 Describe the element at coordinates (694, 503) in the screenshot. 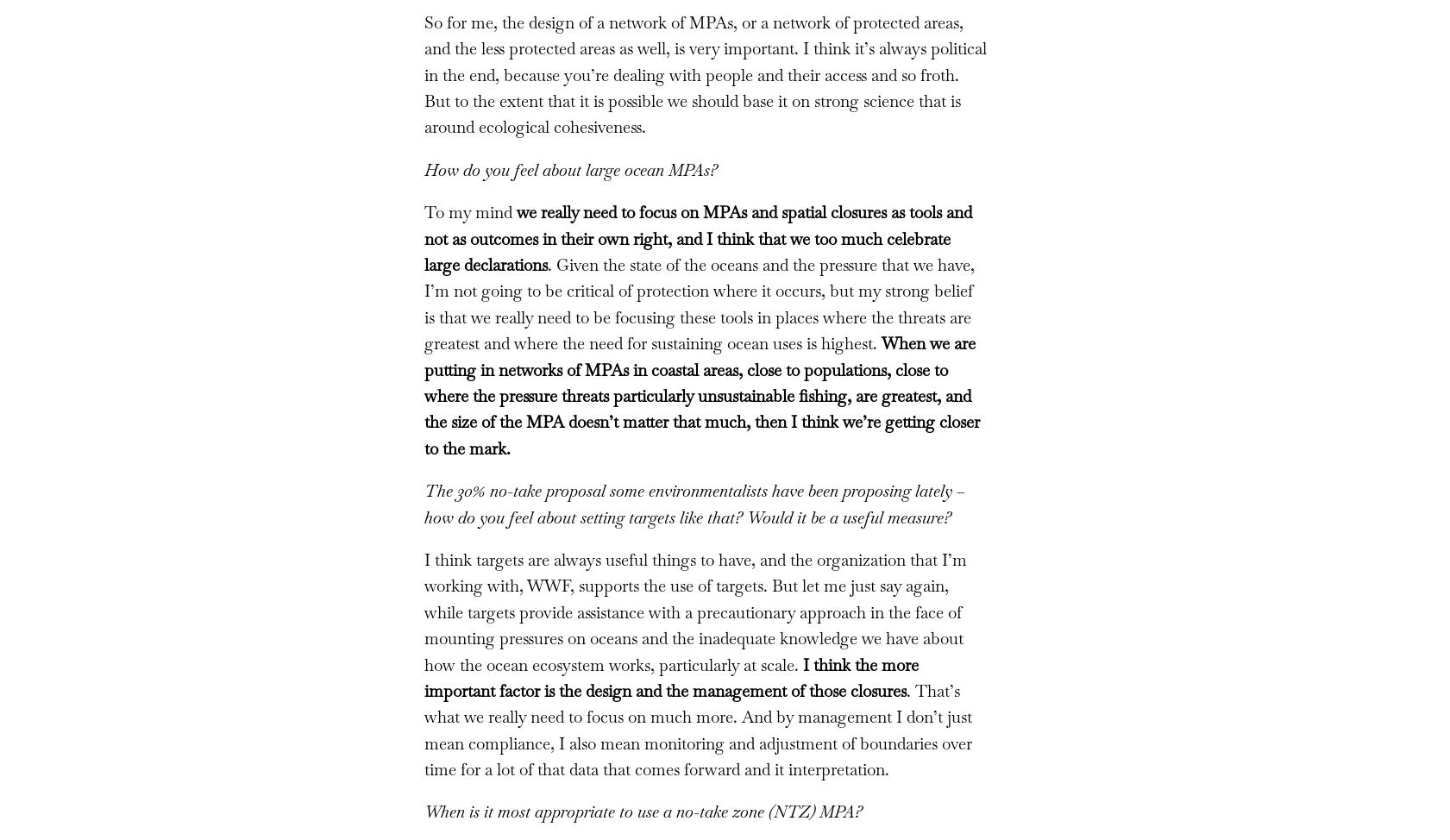

I see `'The 30% no-take proposal some environmentalists have been proposing lately – how do you feel about setting targets like that? Would it be a useful measure?'` at that location.